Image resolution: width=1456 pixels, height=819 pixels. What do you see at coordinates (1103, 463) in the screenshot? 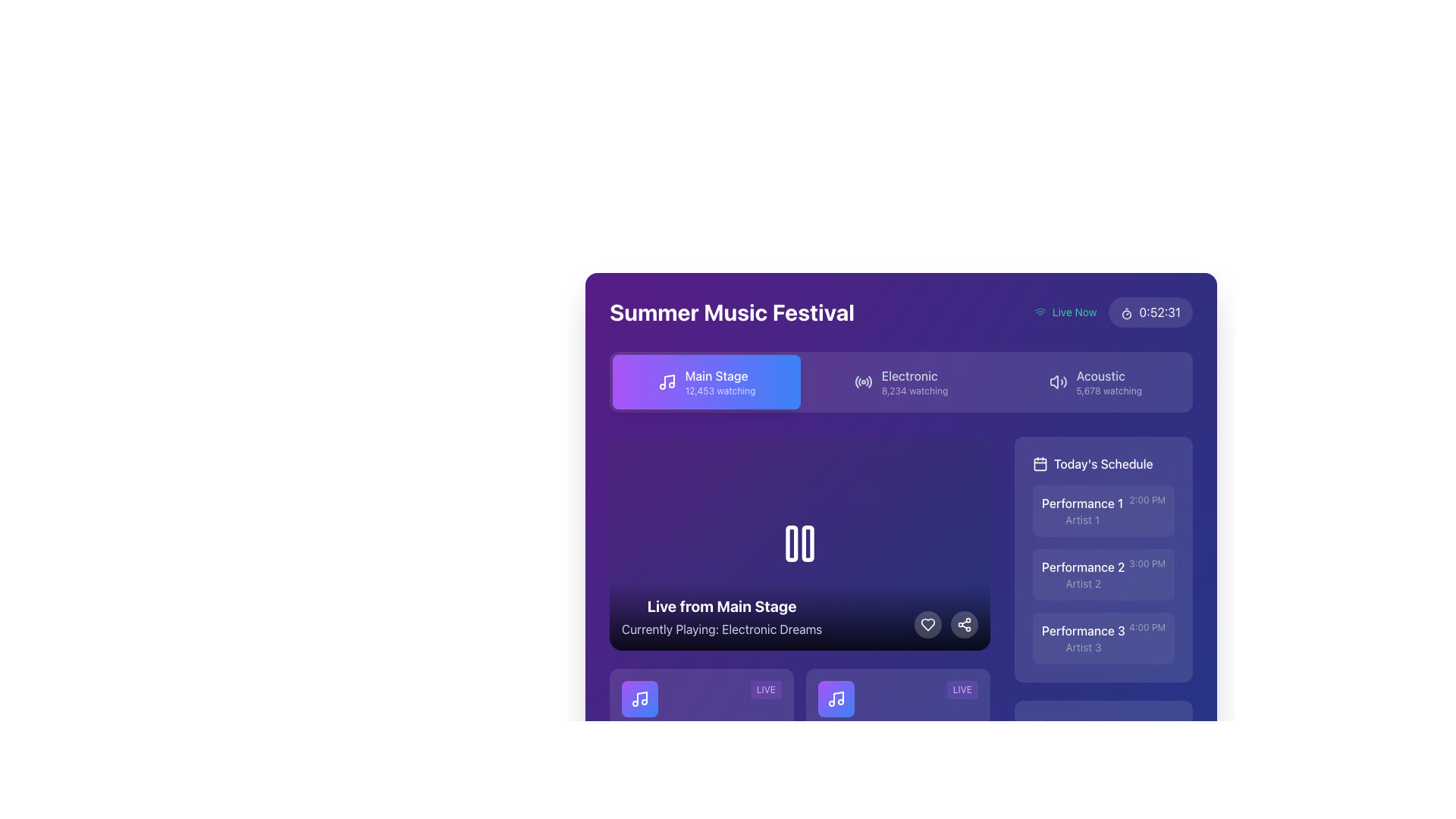
I see `the 'Today's Schedule' text label with the calendar icon in the sidebar's schedule section, which is positioned near the top of its card-like layout` at bounding box center [1103, 463].